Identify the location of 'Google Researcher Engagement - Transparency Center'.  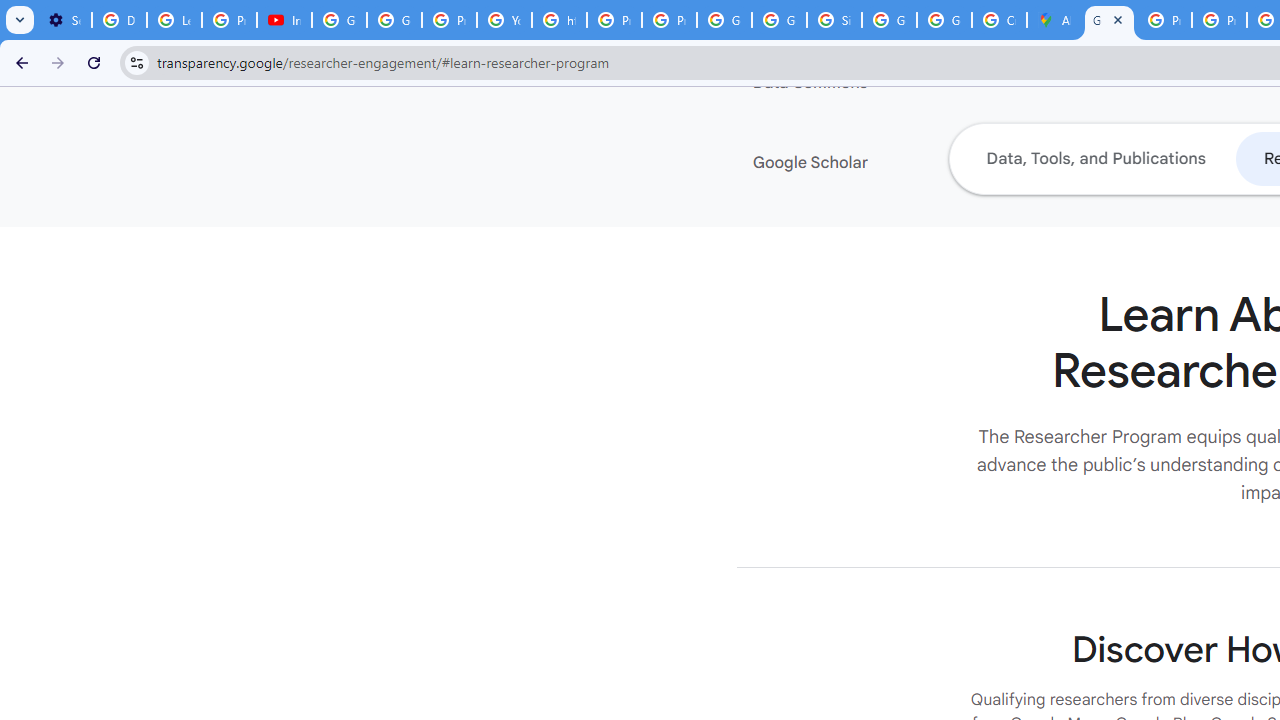
(1108, 20).